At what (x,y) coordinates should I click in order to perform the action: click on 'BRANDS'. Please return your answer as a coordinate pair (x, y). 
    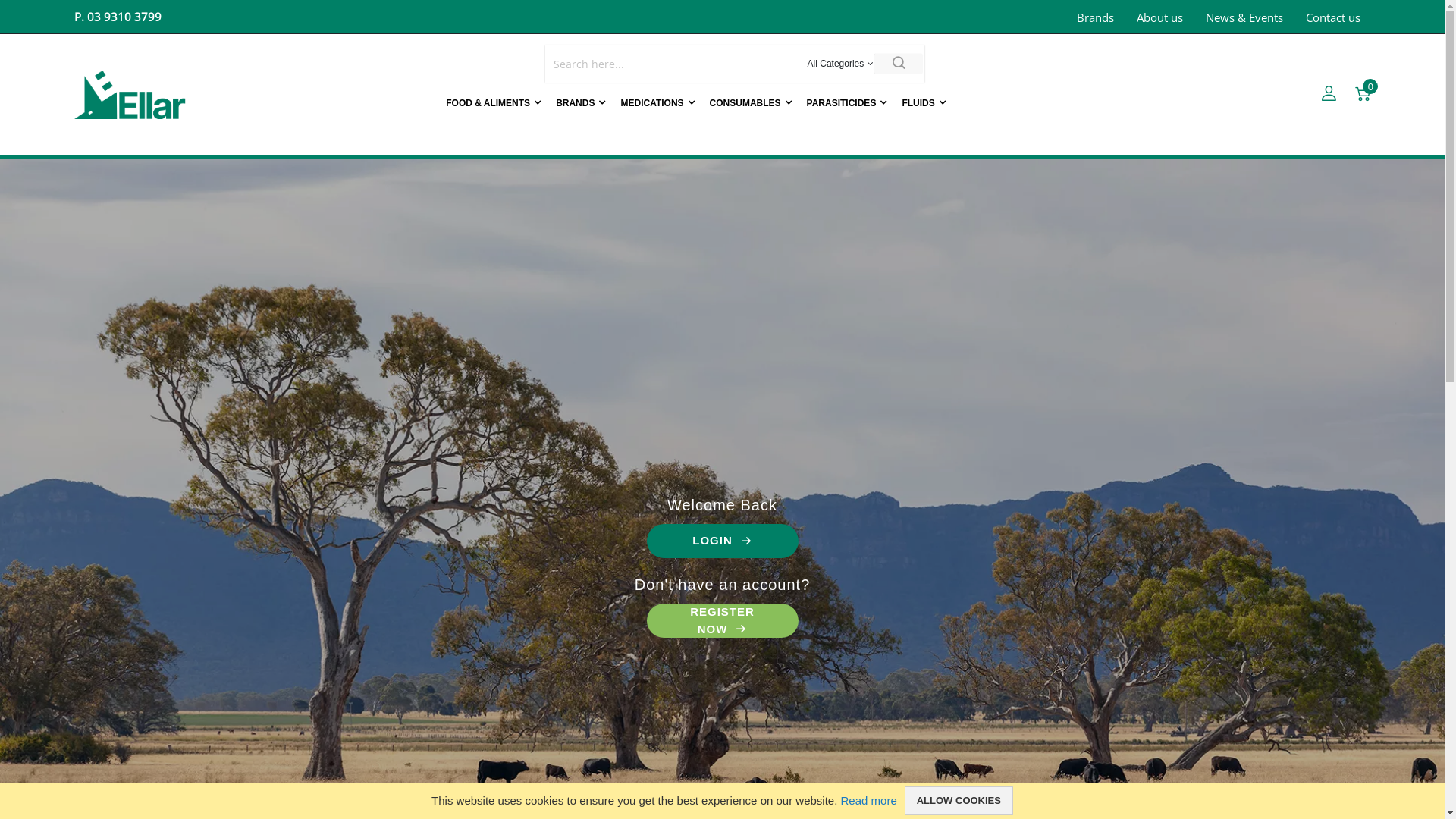
    Looking at the image, I should click on (579, 102).